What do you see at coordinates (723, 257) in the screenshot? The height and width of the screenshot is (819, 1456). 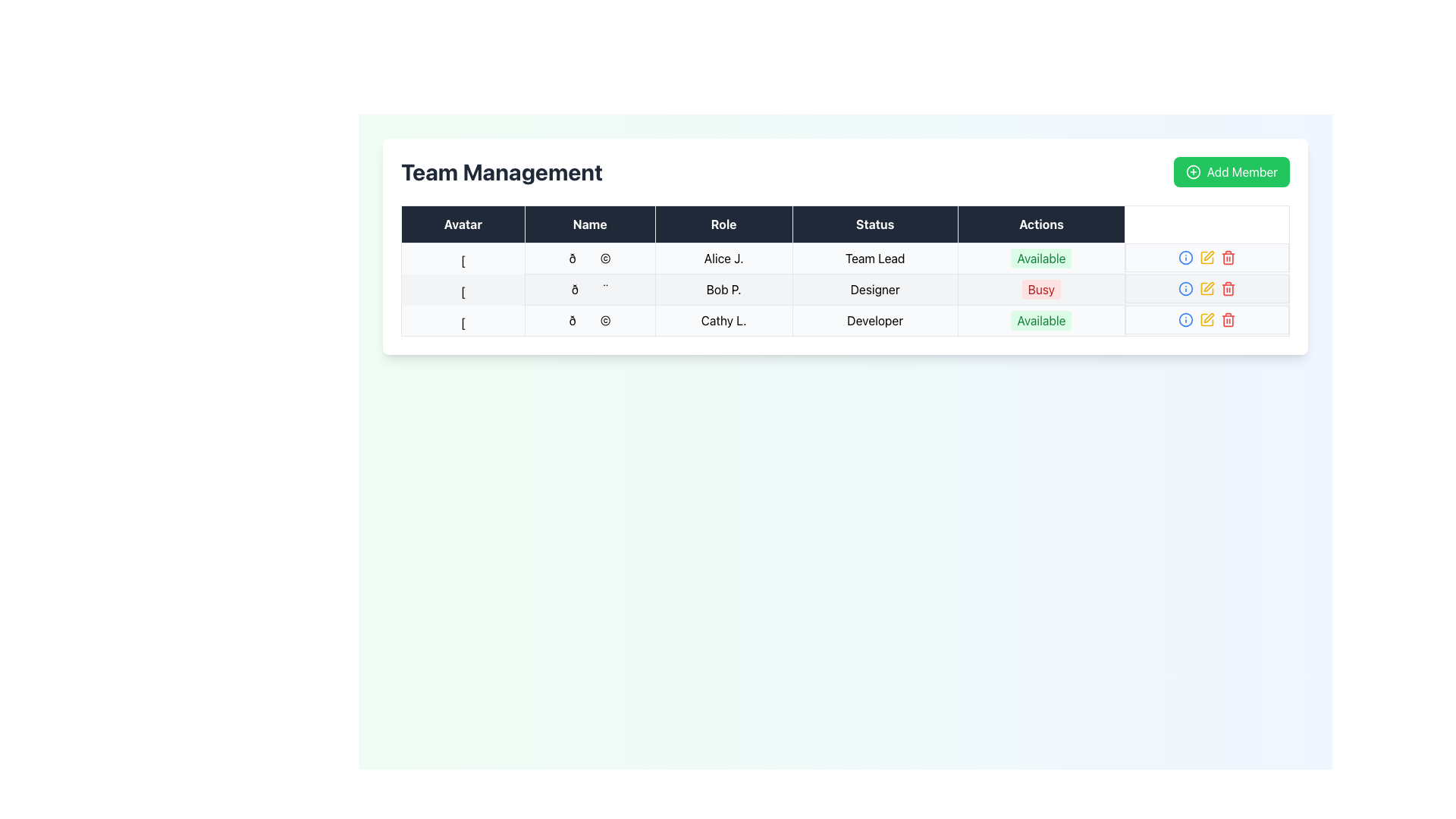 I see `the Text label displaying the role of the person named 'Alice J.' in the tabular layout` at bounding box center [723, 257].